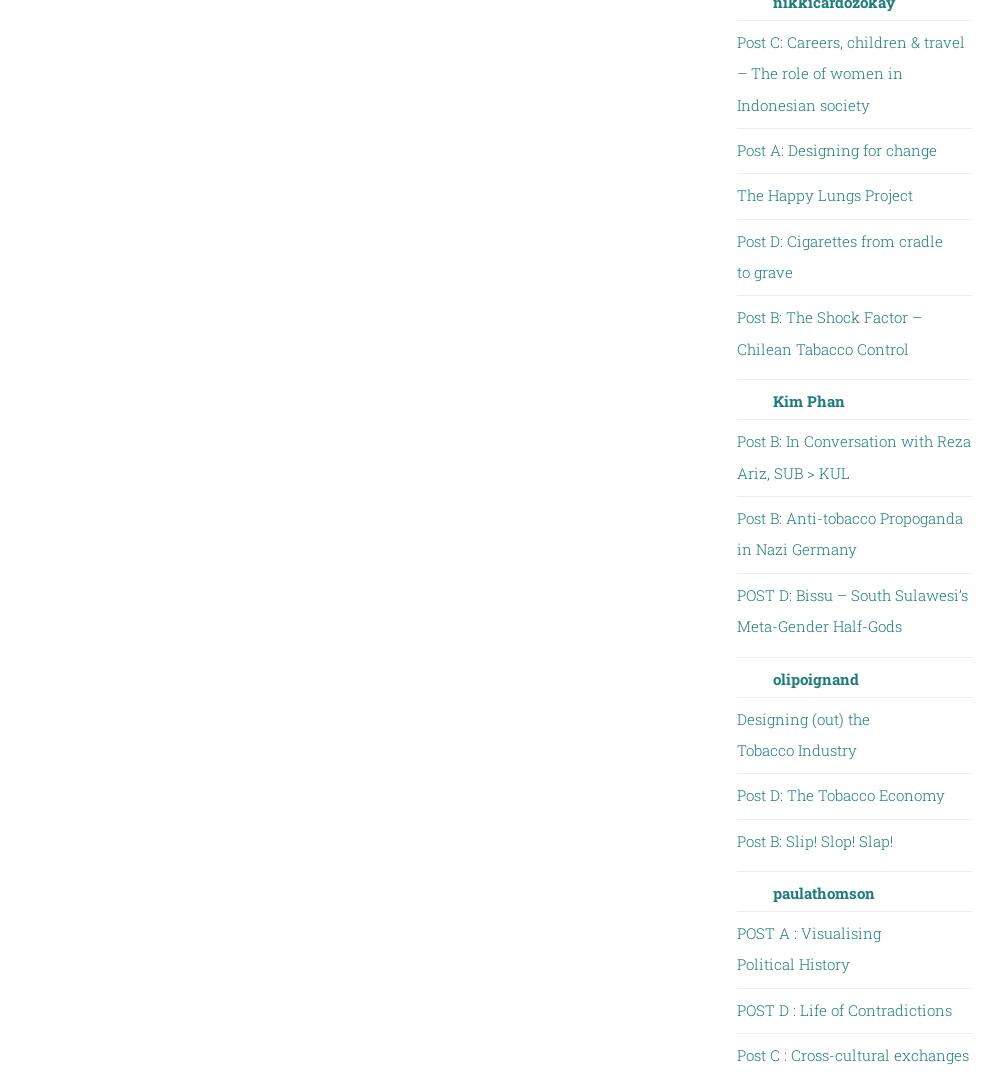 The image size is (1000, 1078). I want to click on 'Post C: Careers, children & travel – The role of women in Indonesian society', so click(849, 72).